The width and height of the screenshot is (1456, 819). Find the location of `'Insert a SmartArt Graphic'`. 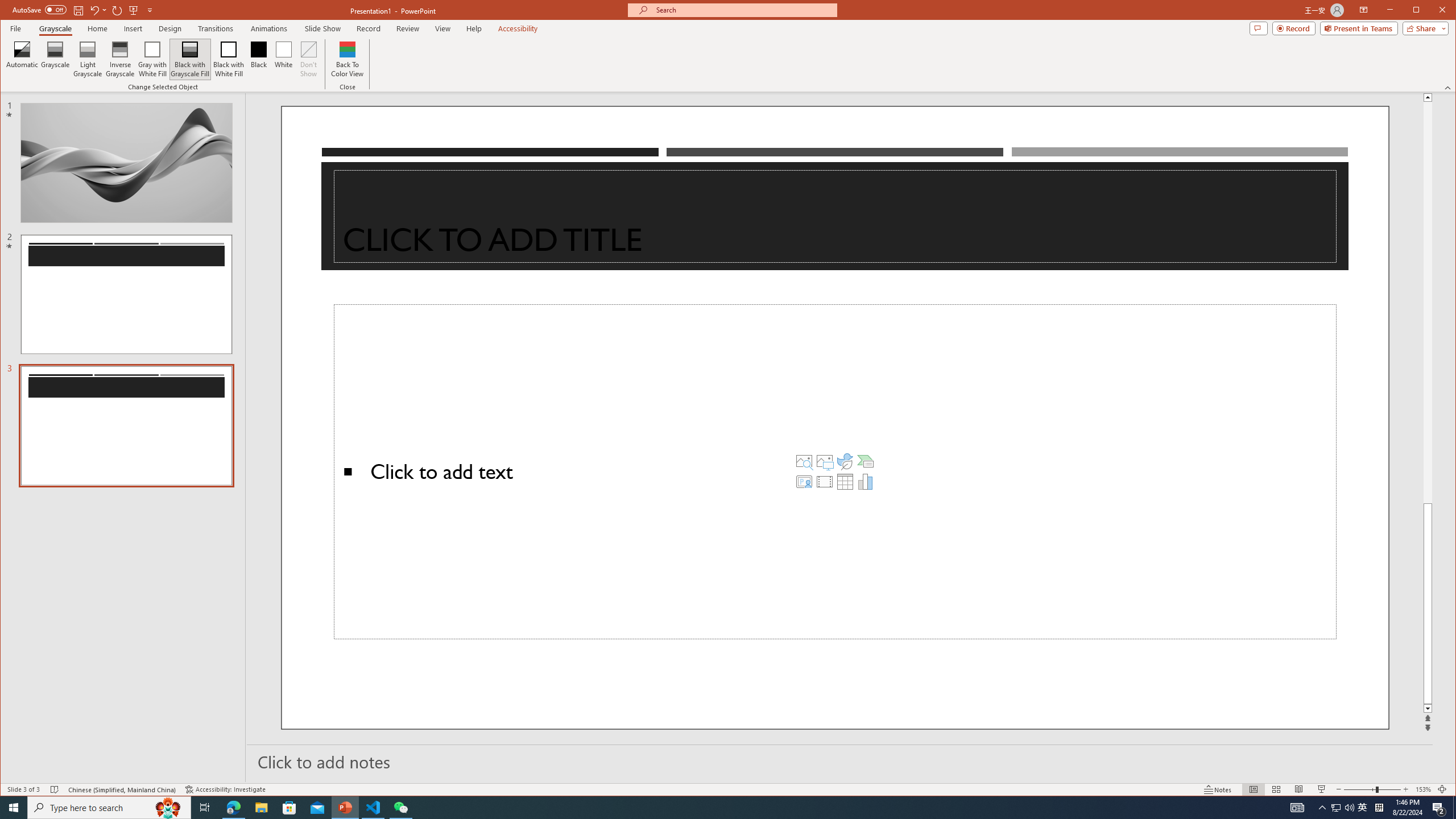

'Insert a SmartArt Graphic' is located at coordinates (864, 460).